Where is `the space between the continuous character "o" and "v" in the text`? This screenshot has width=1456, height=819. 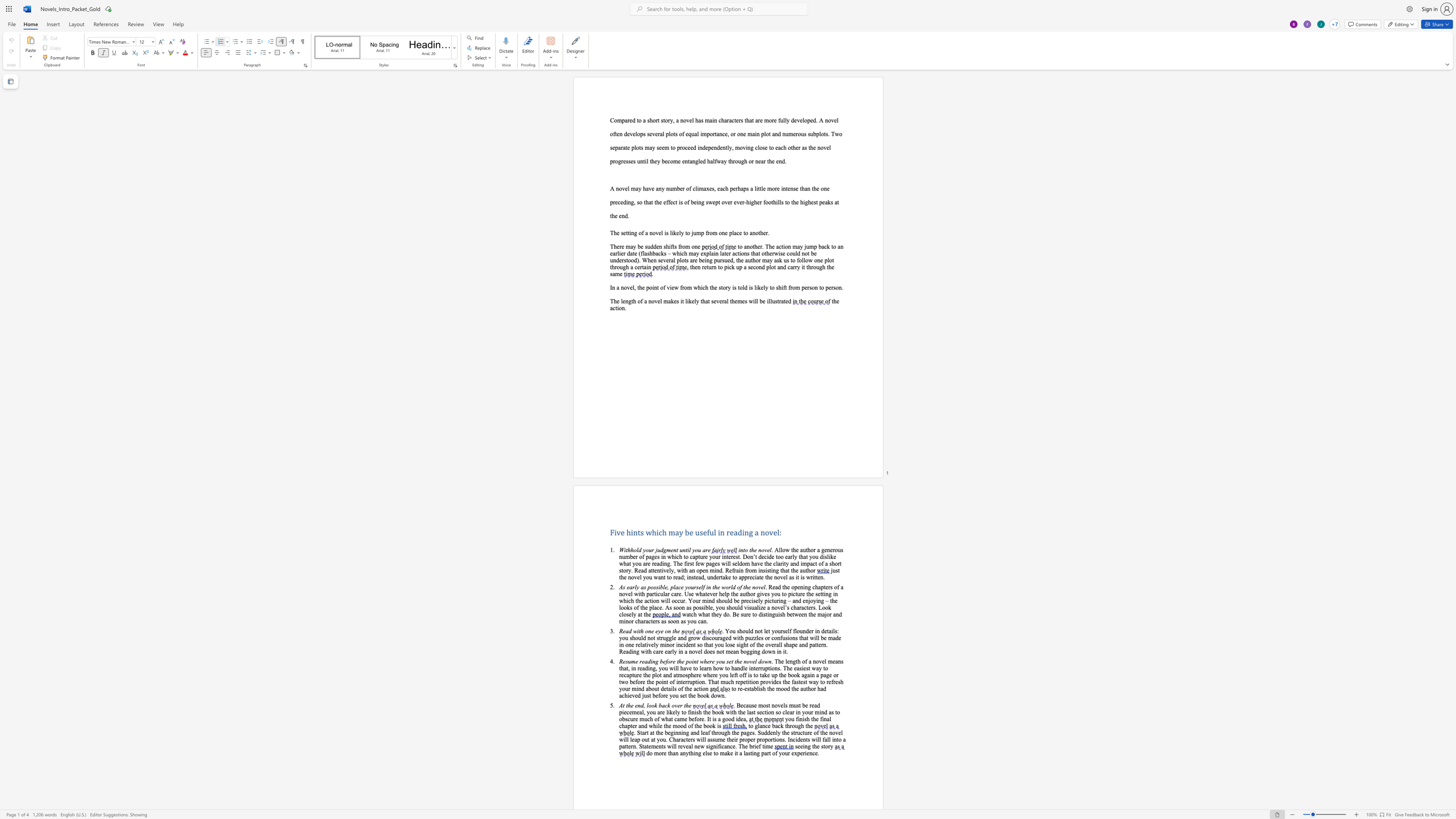 the space between the continuous character "o" and "v" in the text is located at coordinates (818, 661).